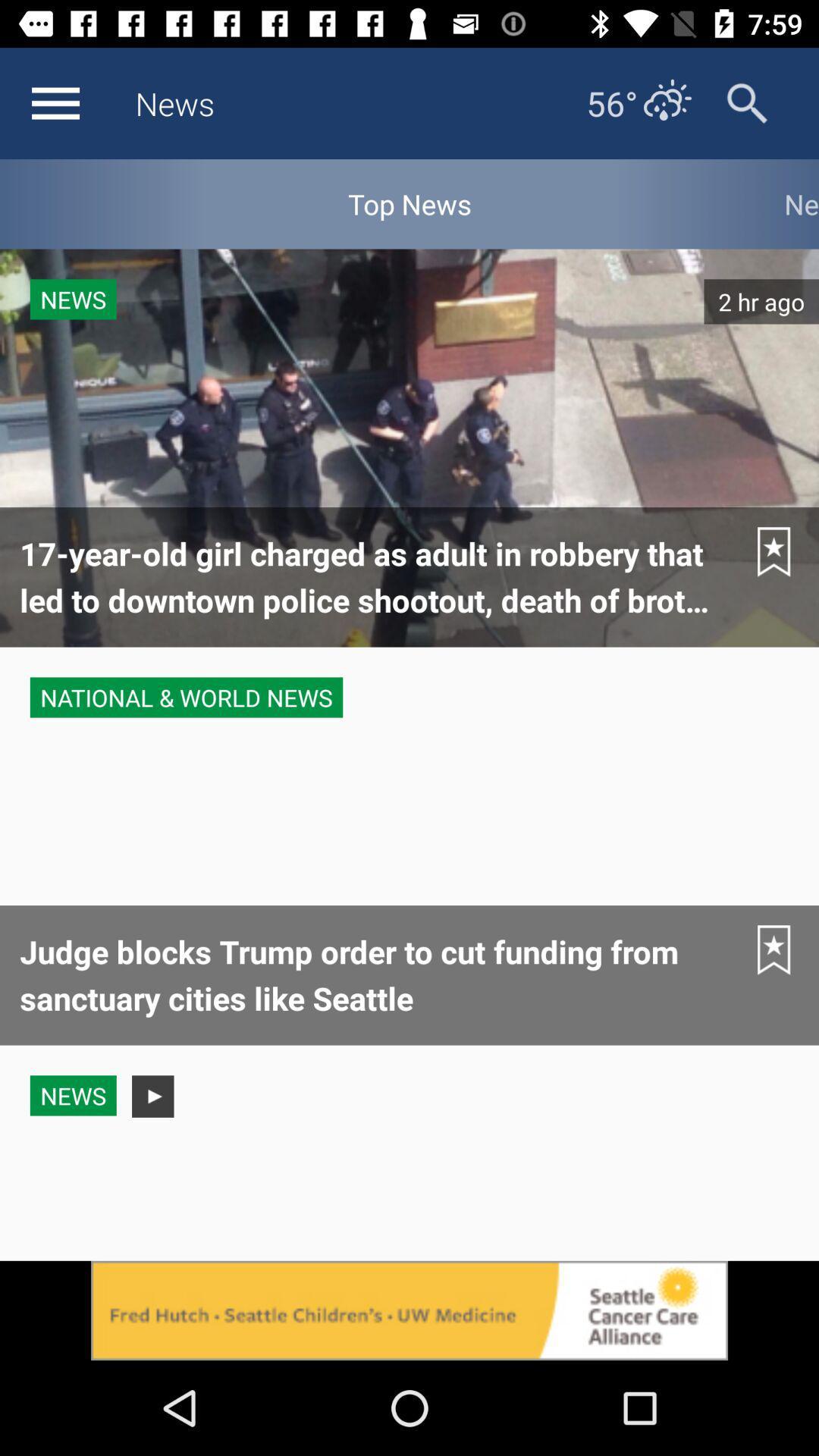 This screenshot has height=1456, width=819. I want to click on open advertisements detail, so click(409, 1310).